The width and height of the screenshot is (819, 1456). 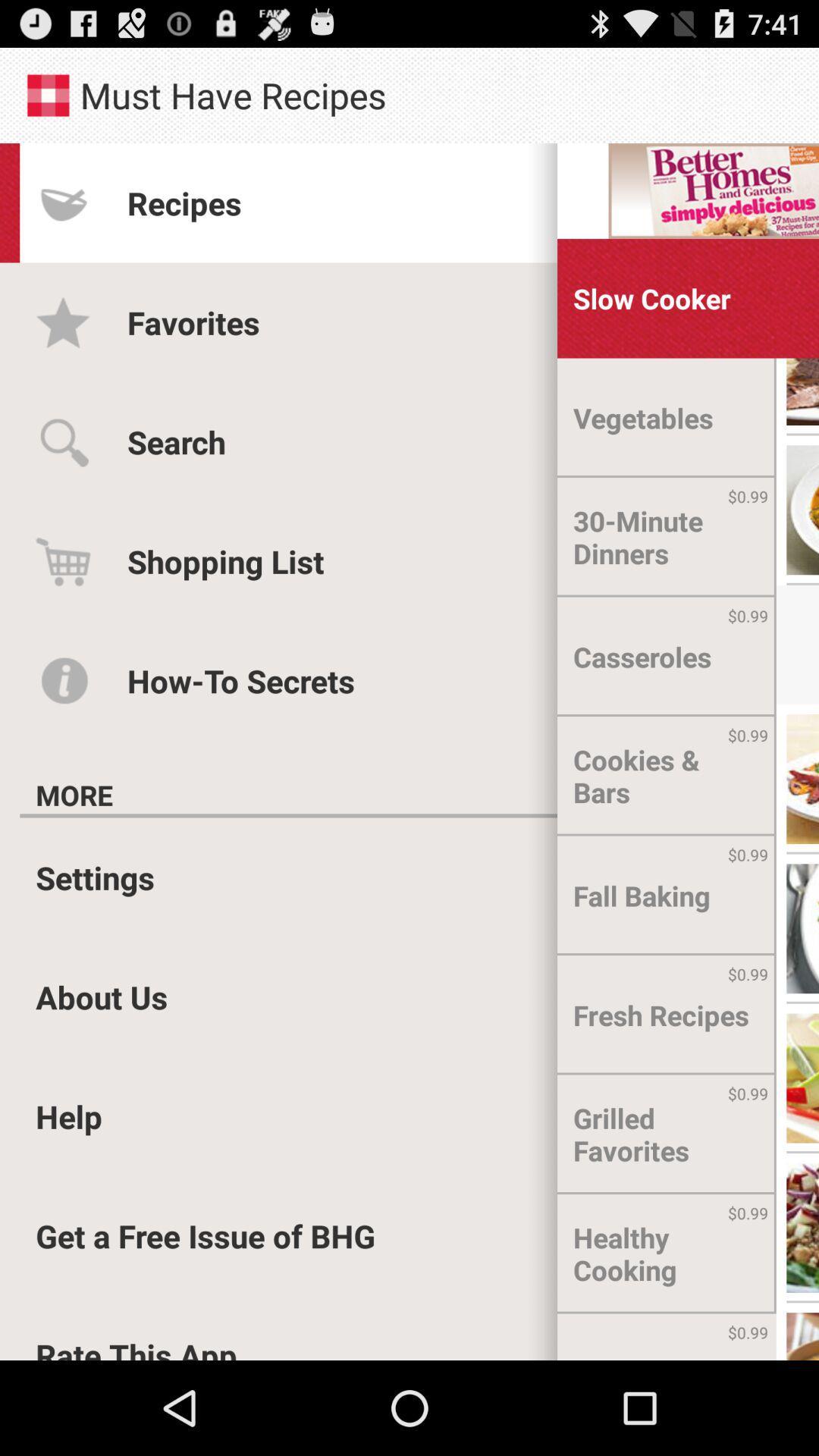 I want to click on the icon below settings icon, so click(x=102, y=996).